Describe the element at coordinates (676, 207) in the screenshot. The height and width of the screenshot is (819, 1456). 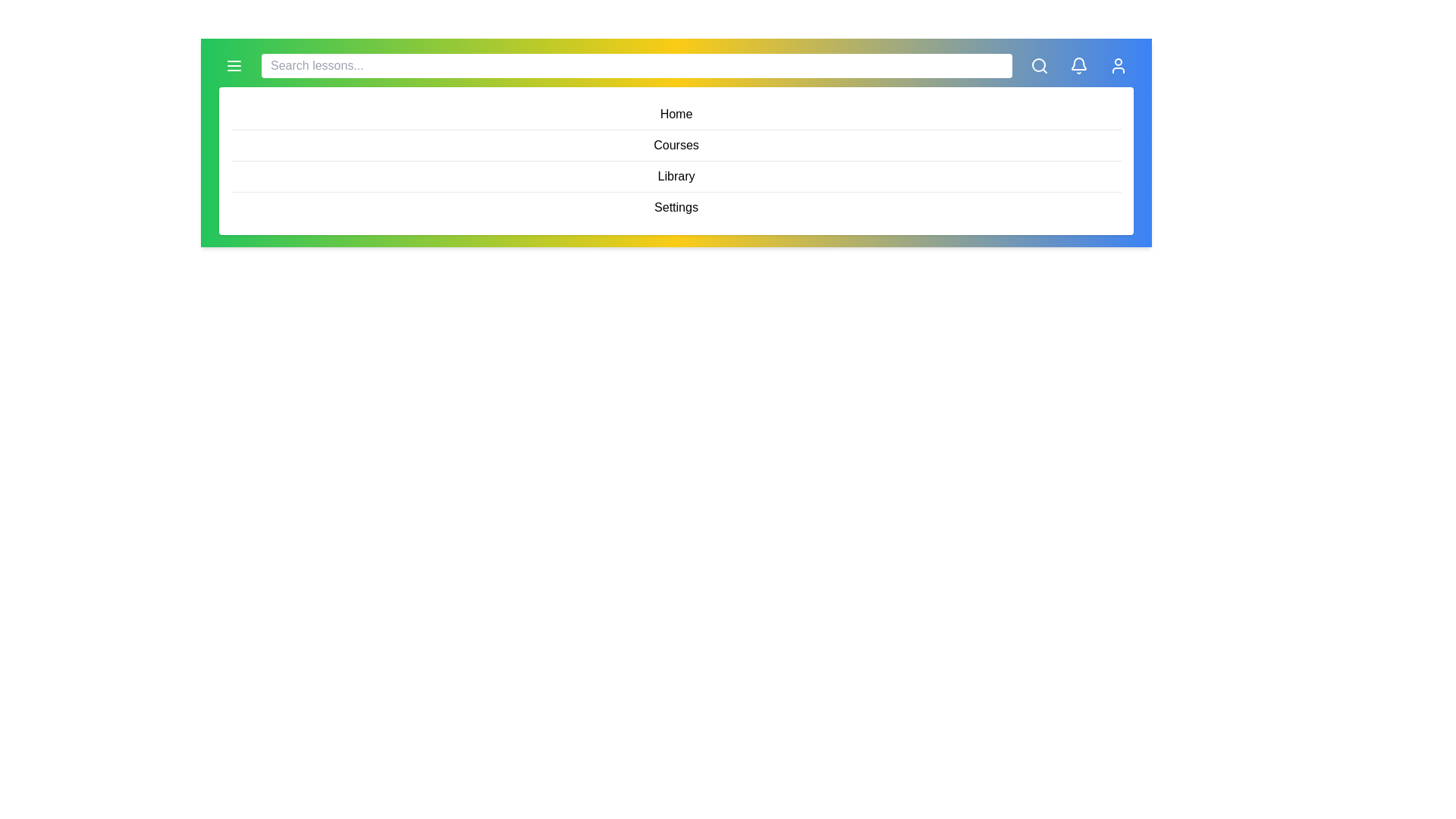
I see `the menu item Settings from the displayed menu` at that location.